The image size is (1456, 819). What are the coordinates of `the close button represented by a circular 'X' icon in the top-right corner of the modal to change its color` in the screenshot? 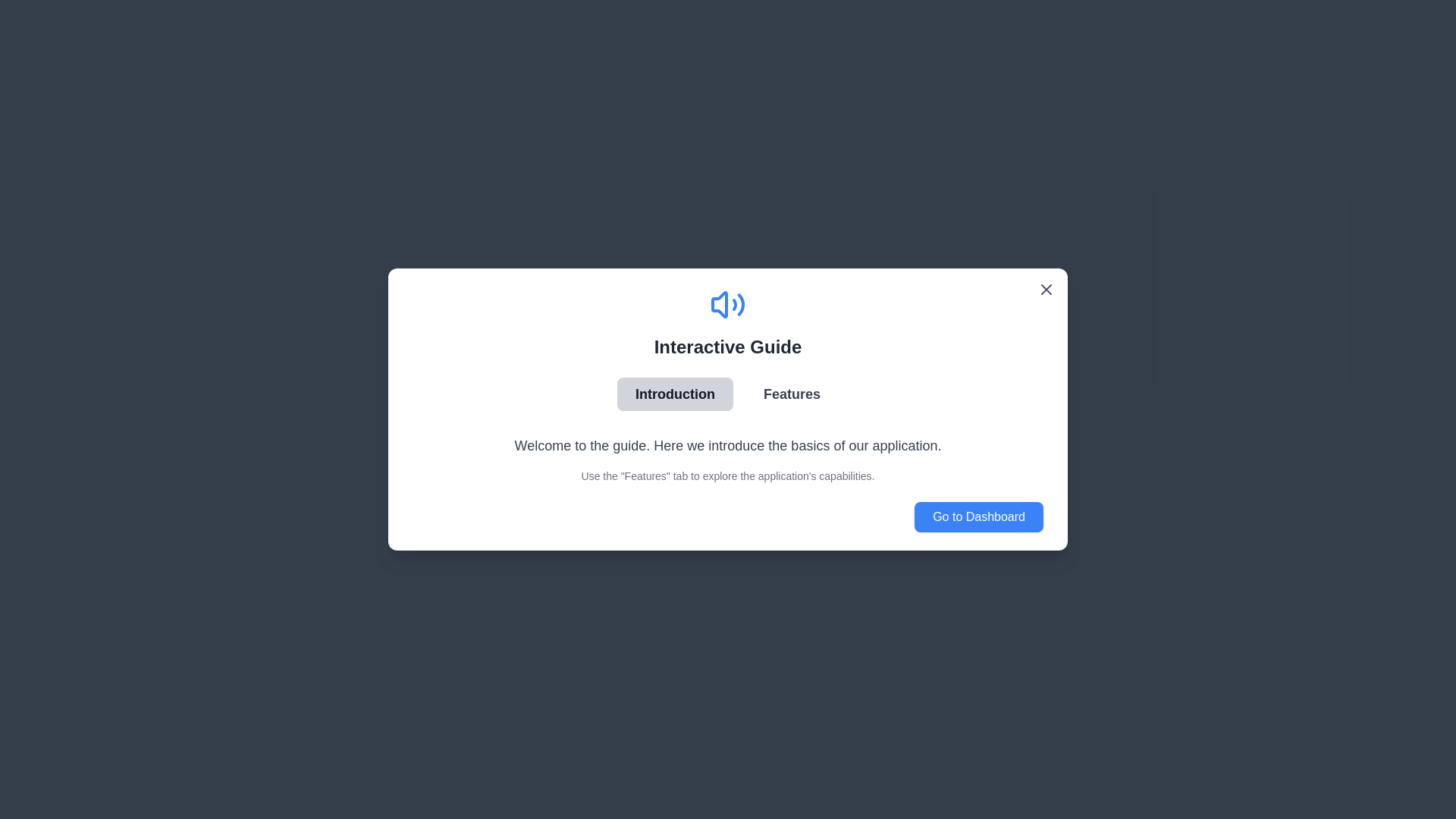 It's located at (1046, 289).